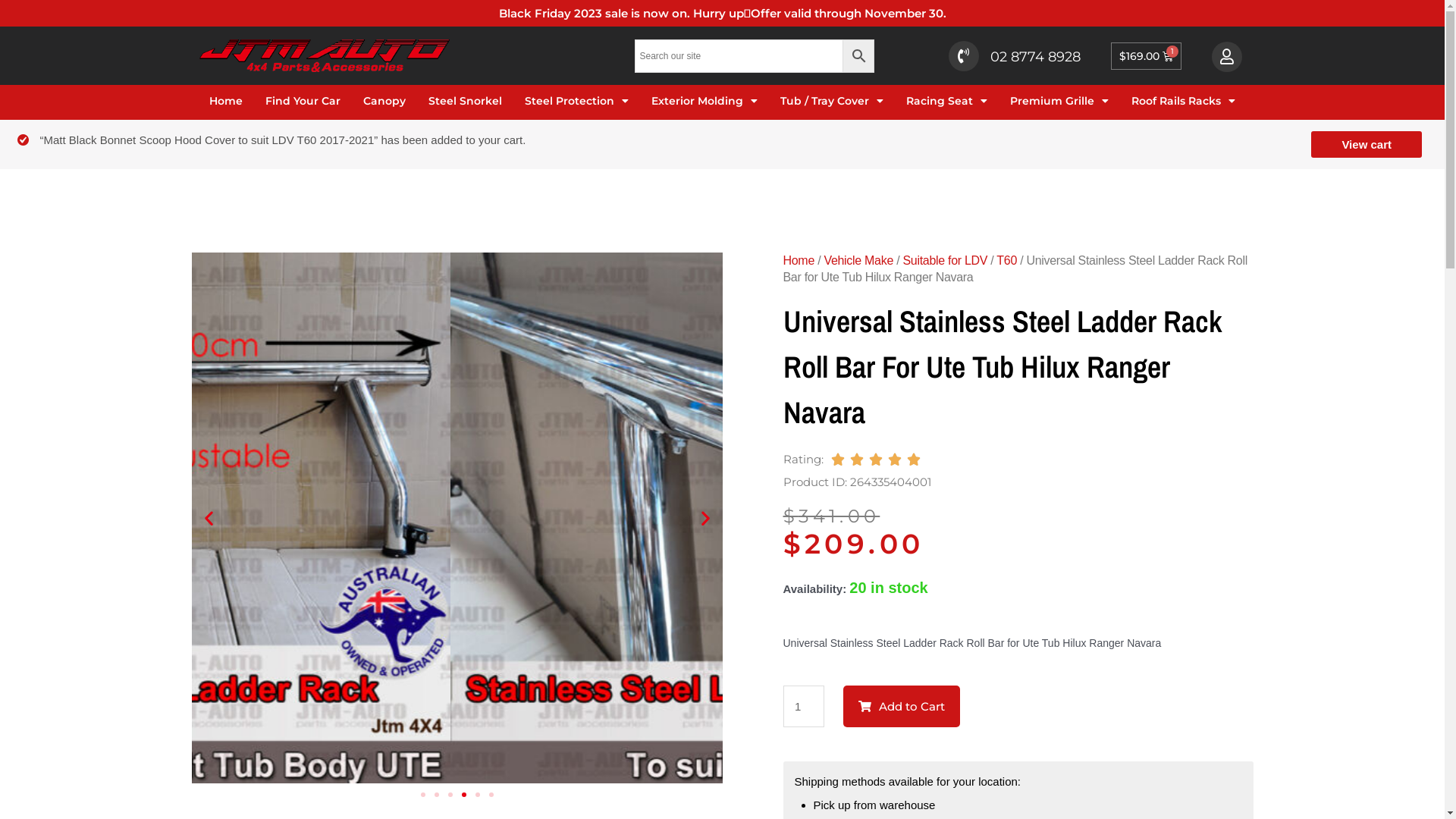 The height and width of the screenshot is (819, 1456). Describe the element at coordinates (1146, 55) in the screenshot. I see `'$169.00` at that location.